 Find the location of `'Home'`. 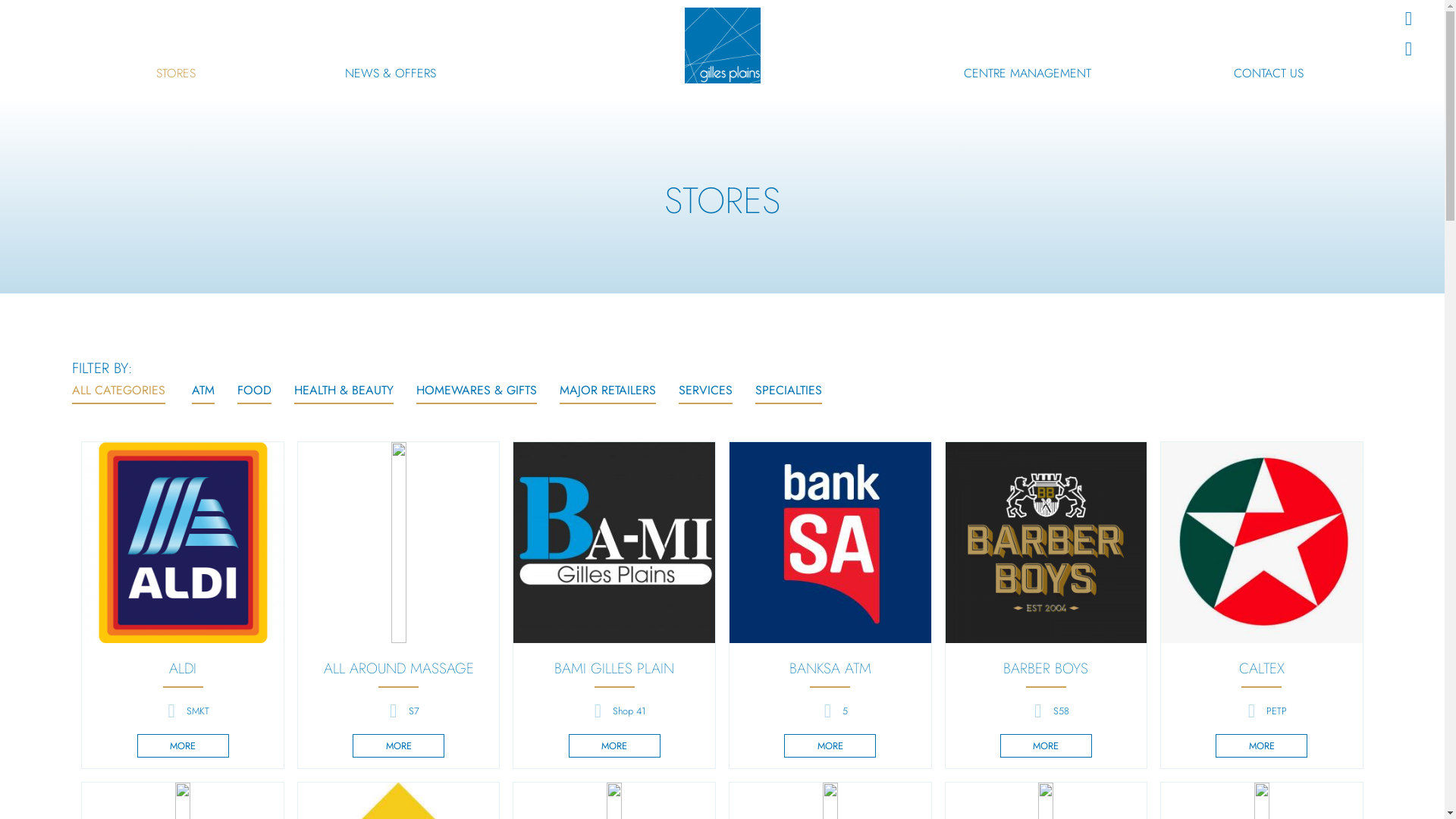

'Home' is located at coordinates (720, 45).